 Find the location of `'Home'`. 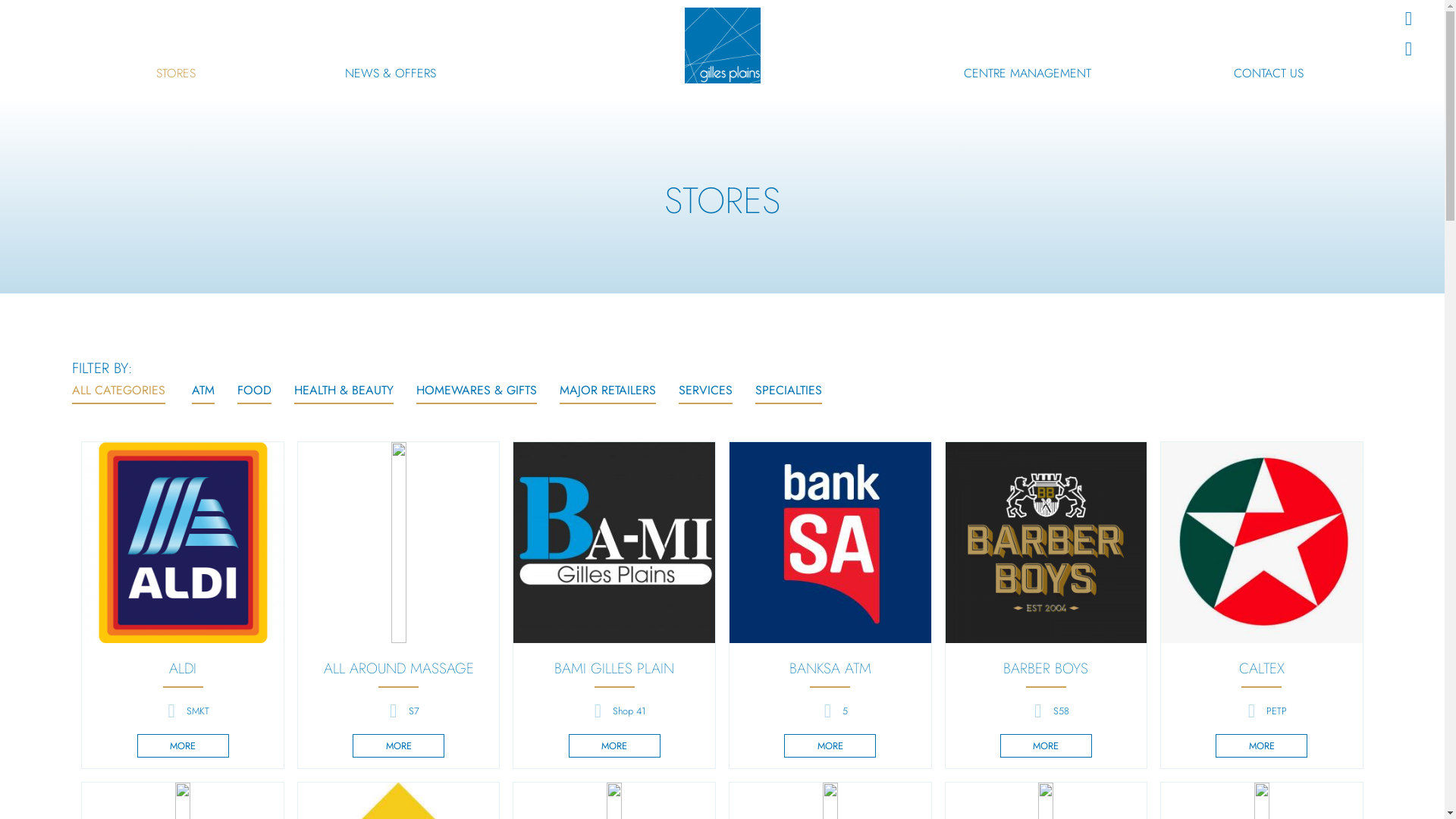

'Home' is located at coordinates (720, 45).